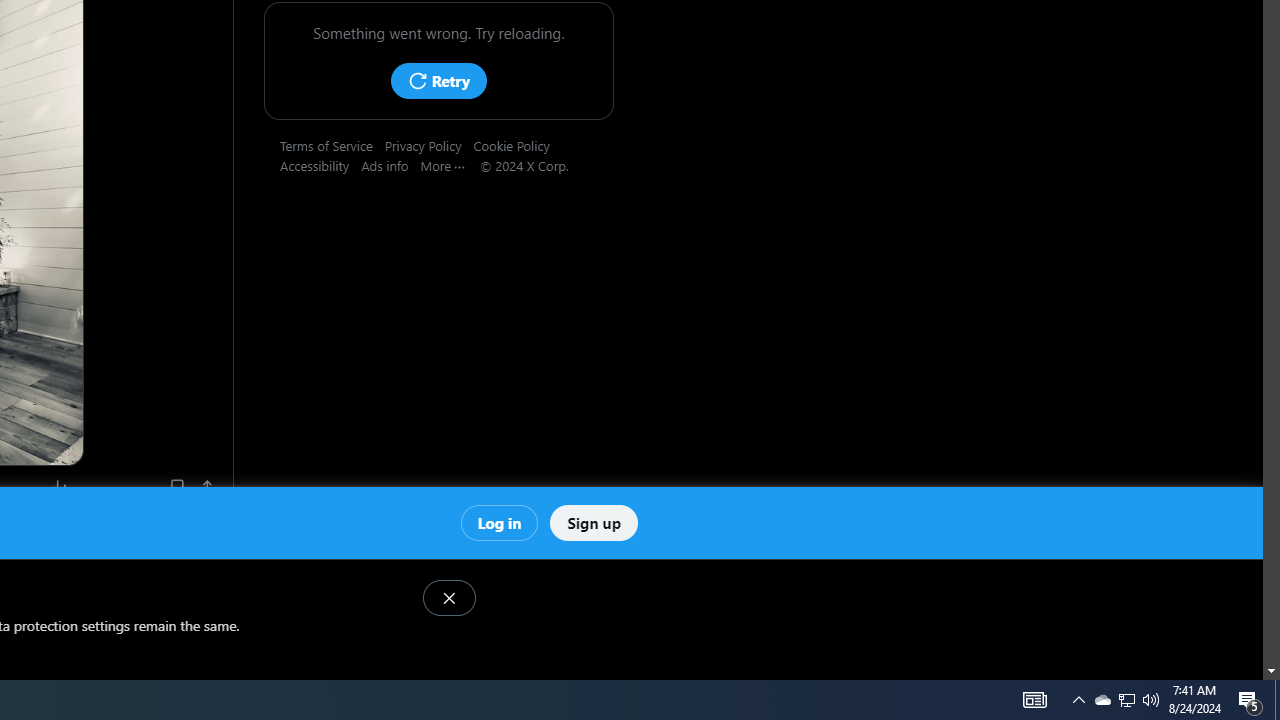  I want to click on 'Log in', so click(499, 521).